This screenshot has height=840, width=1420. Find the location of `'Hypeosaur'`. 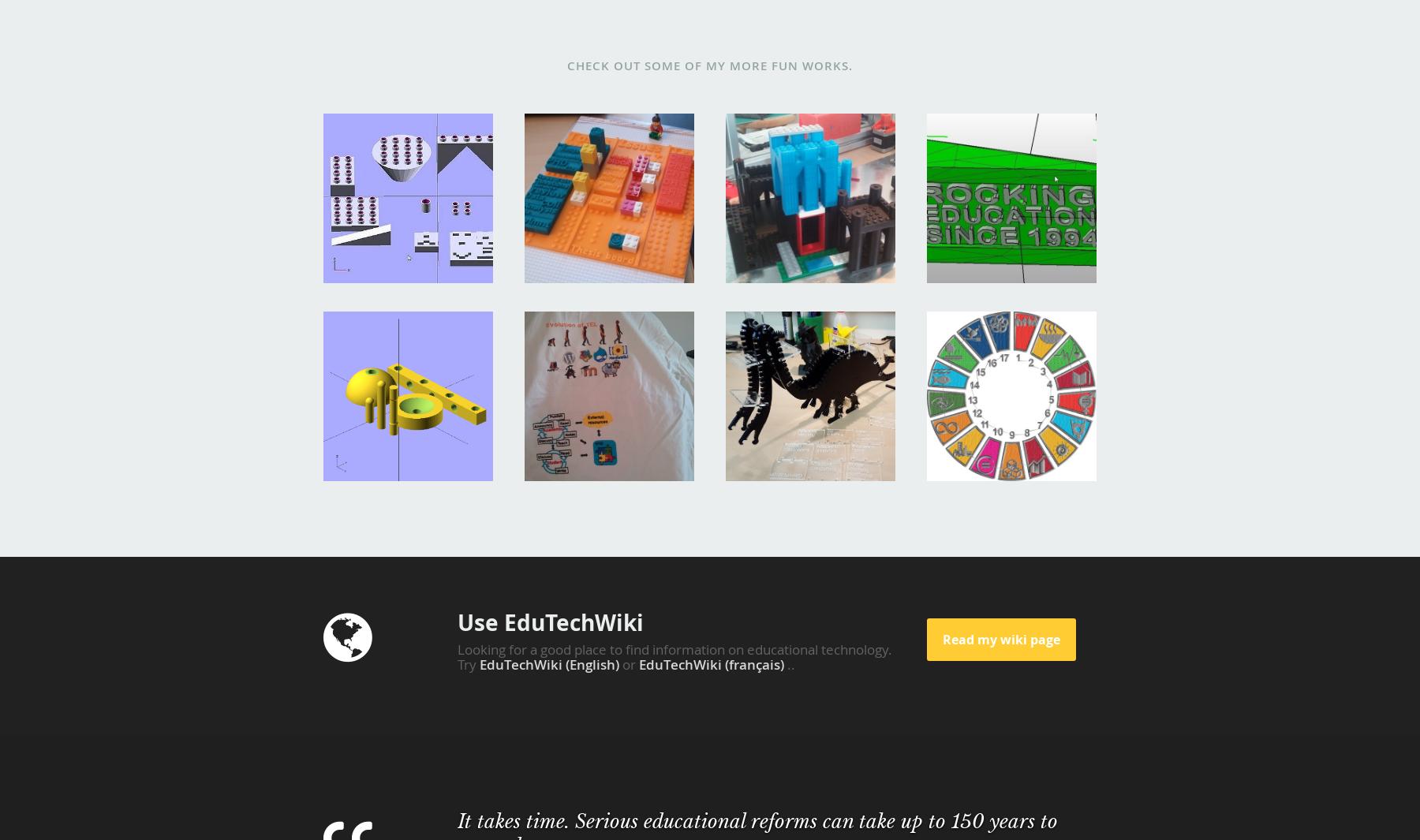

'Hypeosaur' is located at coordinates (768, 332).